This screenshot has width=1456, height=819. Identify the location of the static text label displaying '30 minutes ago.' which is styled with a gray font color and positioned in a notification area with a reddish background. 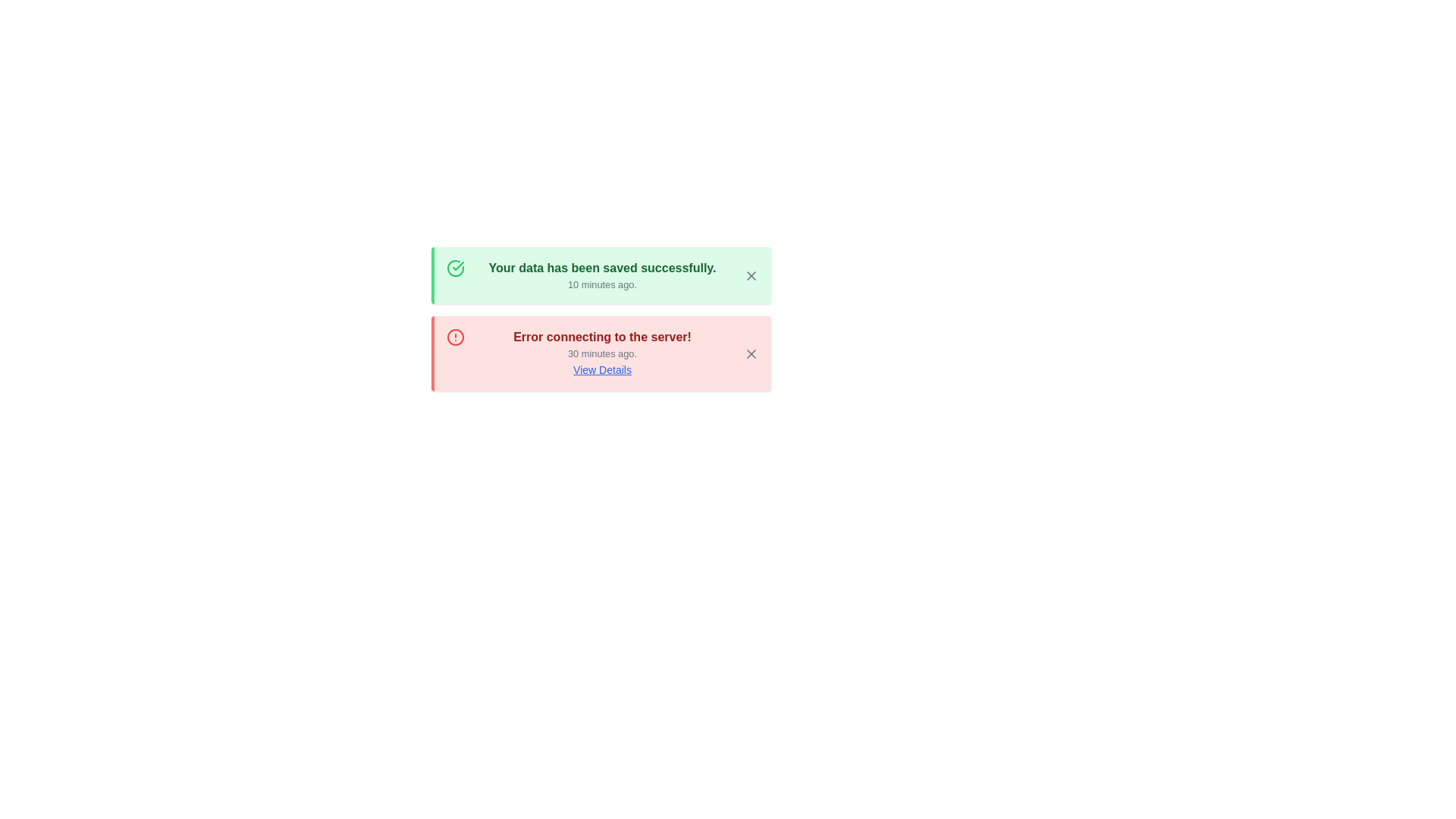
(601, 353).